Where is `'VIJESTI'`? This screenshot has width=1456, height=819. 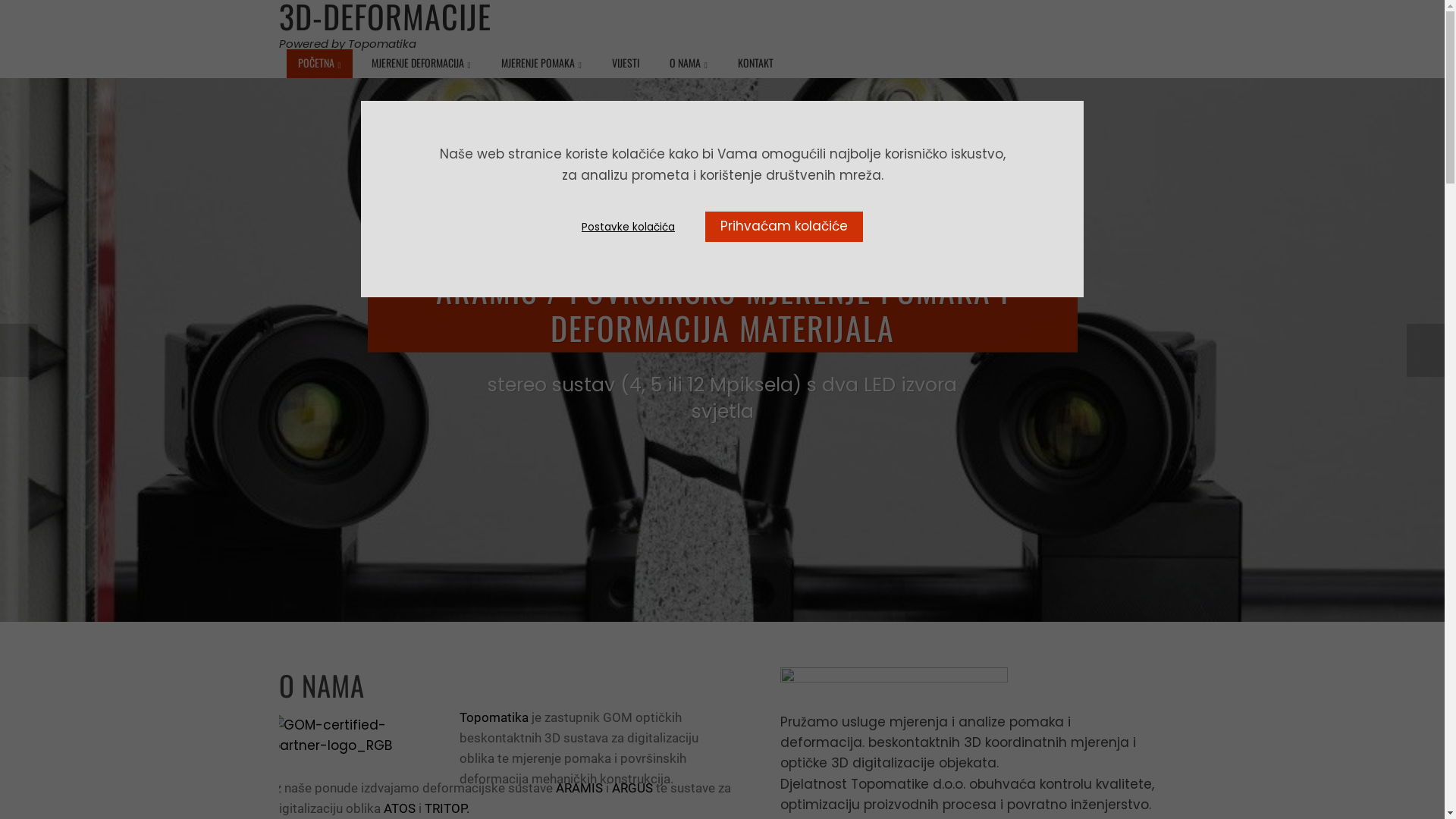
'VIJESTI' is located at coordinates (626, 62).